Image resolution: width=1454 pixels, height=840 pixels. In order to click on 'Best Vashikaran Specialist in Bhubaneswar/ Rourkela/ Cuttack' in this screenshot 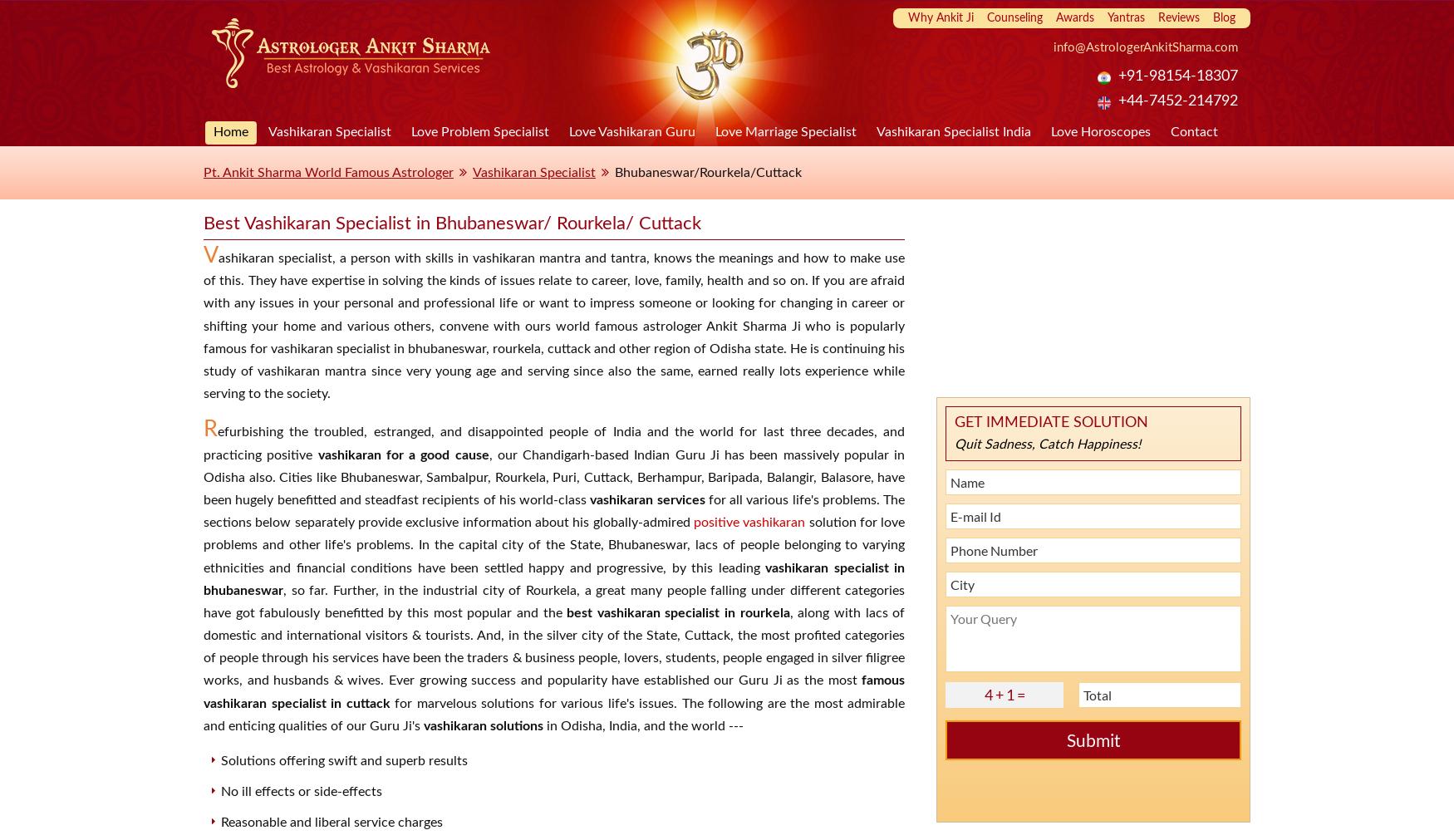, I will do `click(451, 224)`.